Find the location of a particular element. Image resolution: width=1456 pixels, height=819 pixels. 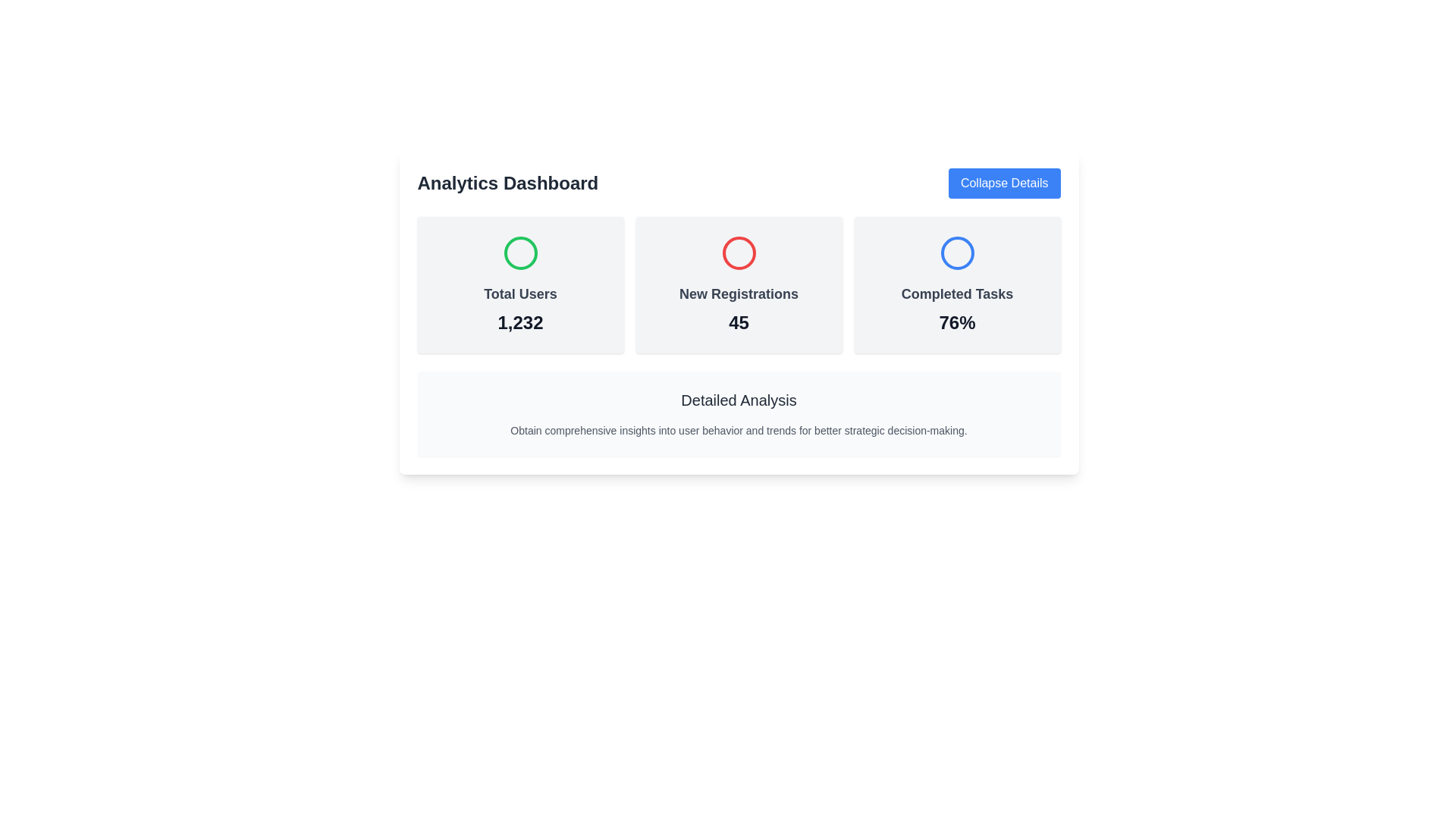

the text element displaying '76%' in bold and large font, located beneath the header 'Completed Tasks' within a light gray-background card is located at coordinates (956, 322).